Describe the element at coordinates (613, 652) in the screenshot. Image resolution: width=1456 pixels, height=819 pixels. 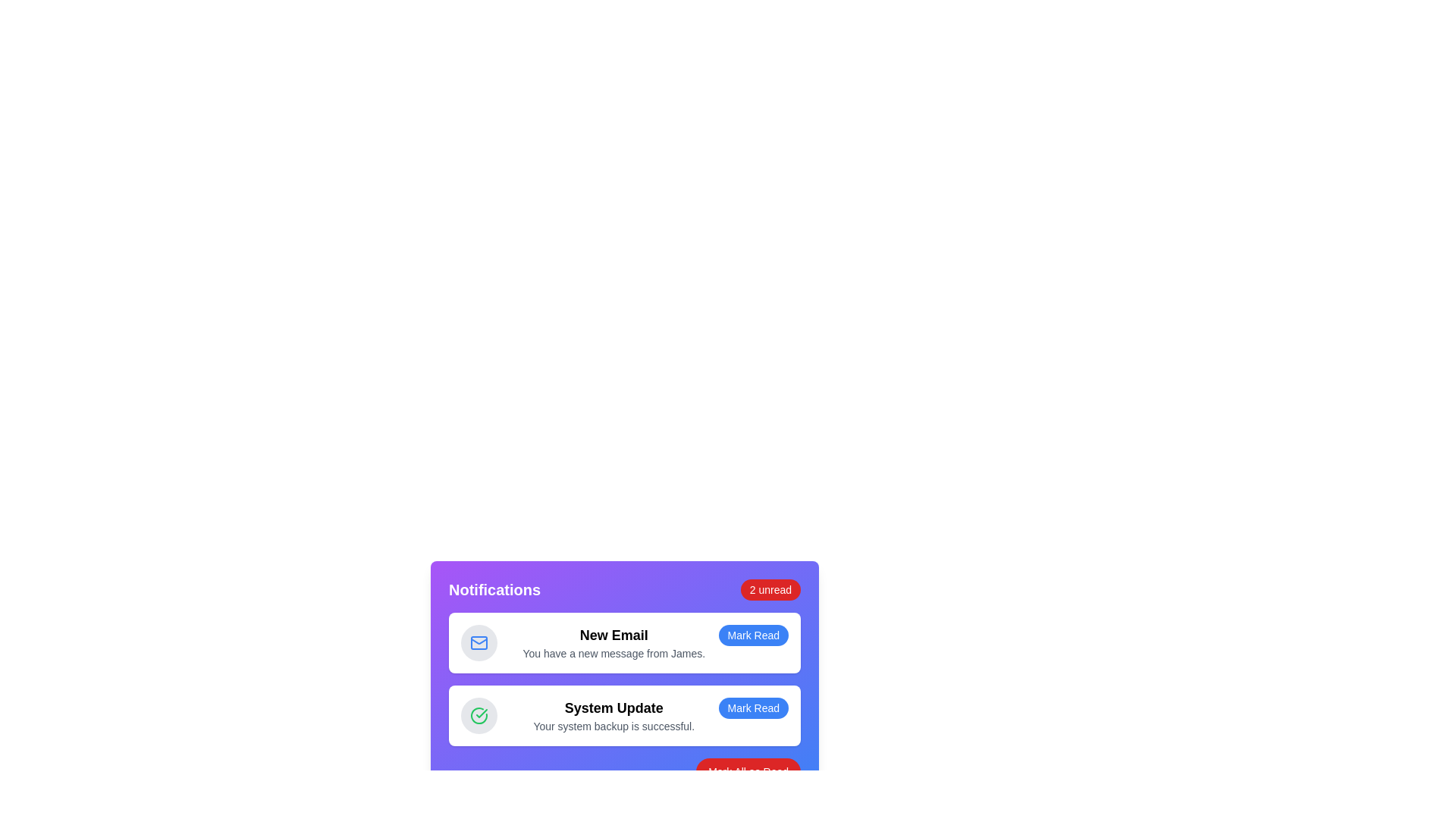
I see `the static text display that provides supplementary information to the 'New Email' notification title, located directly underneath the bold title within the notification card` at that location.